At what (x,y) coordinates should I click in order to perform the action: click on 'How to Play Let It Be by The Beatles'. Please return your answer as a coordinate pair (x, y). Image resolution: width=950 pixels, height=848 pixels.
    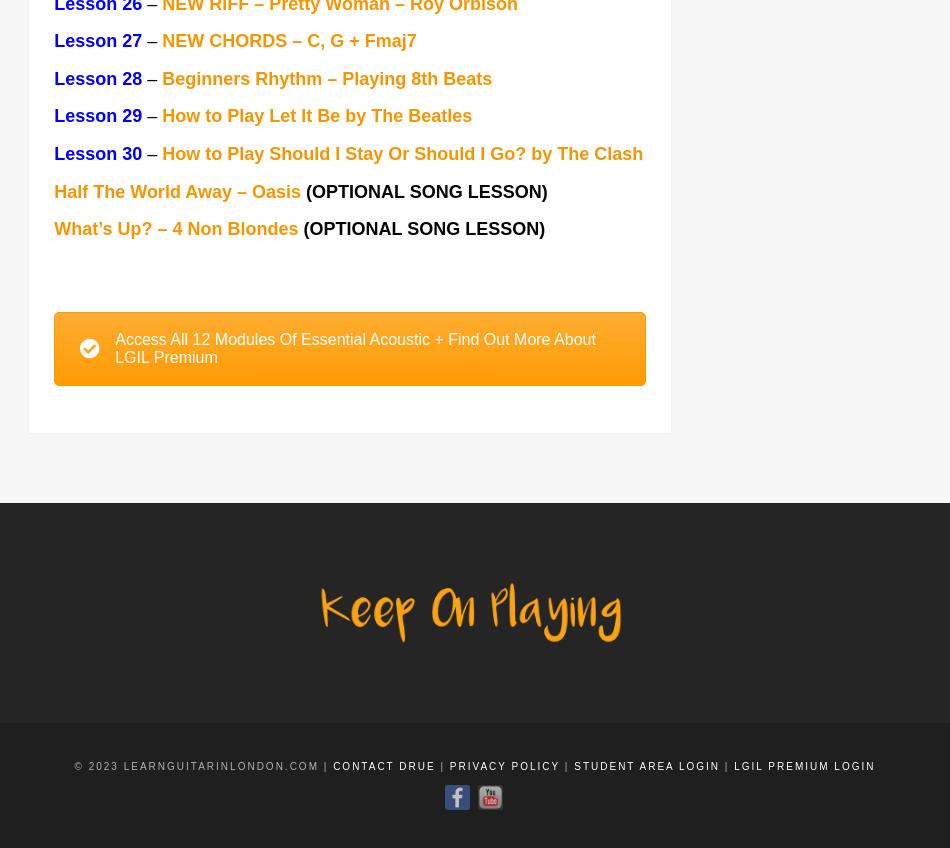
    Looking at the image, I should click on (161, 117).